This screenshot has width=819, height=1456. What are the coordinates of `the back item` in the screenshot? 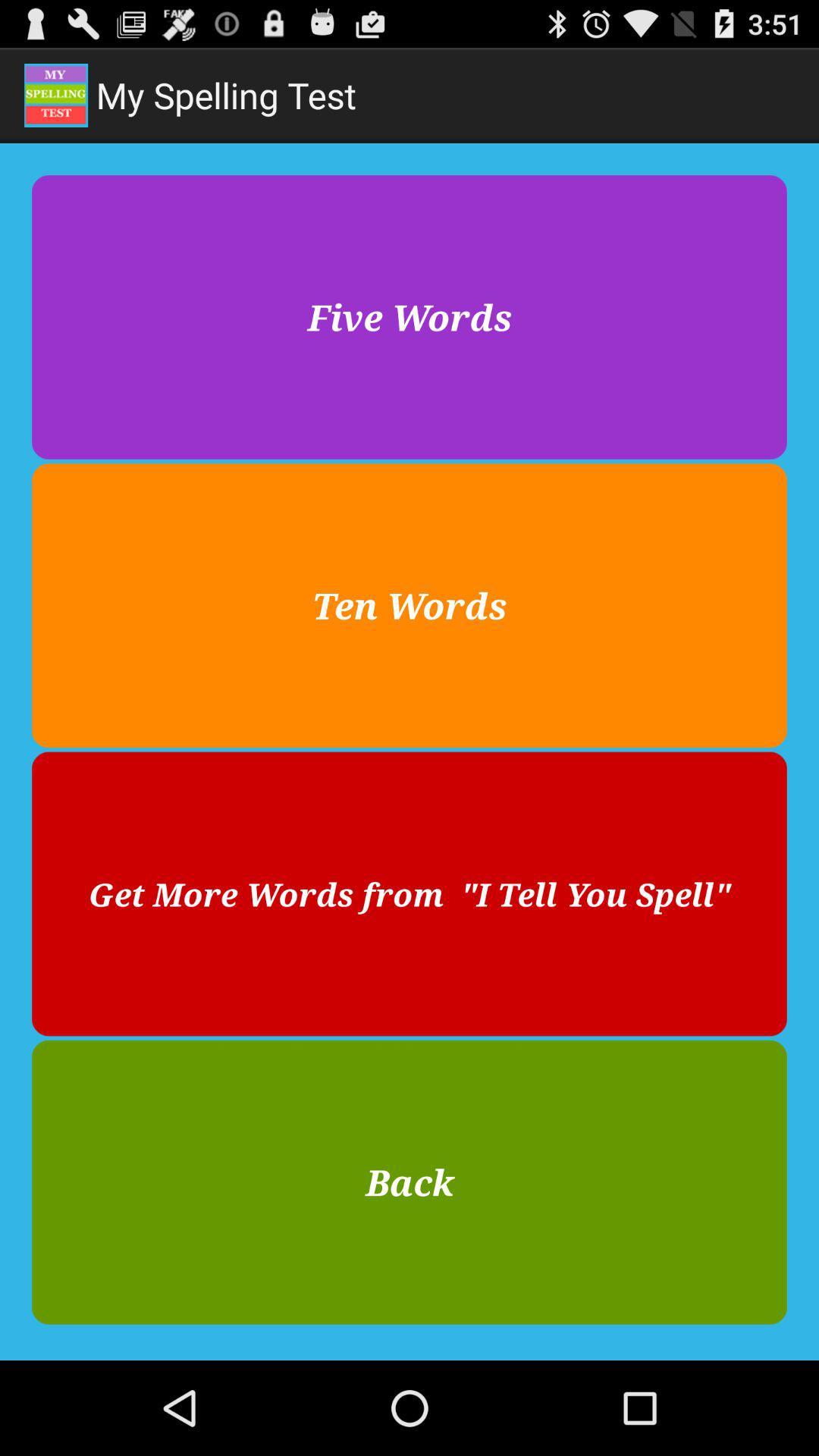 It's located at (409, 1181).